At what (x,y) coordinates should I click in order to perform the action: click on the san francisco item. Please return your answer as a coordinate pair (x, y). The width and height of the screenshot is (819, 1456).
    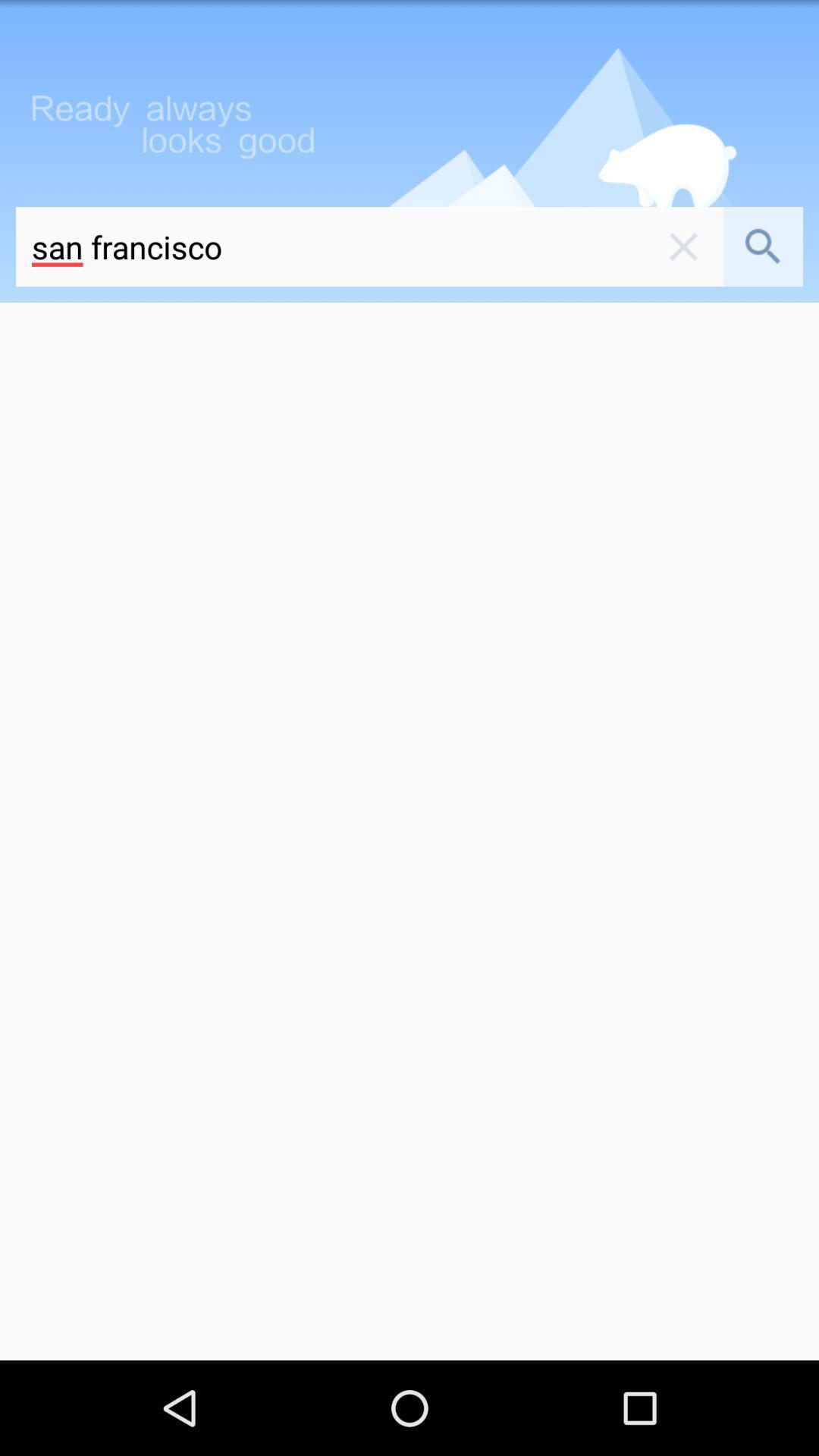
    Looking at the image, I should click on (329, 246).